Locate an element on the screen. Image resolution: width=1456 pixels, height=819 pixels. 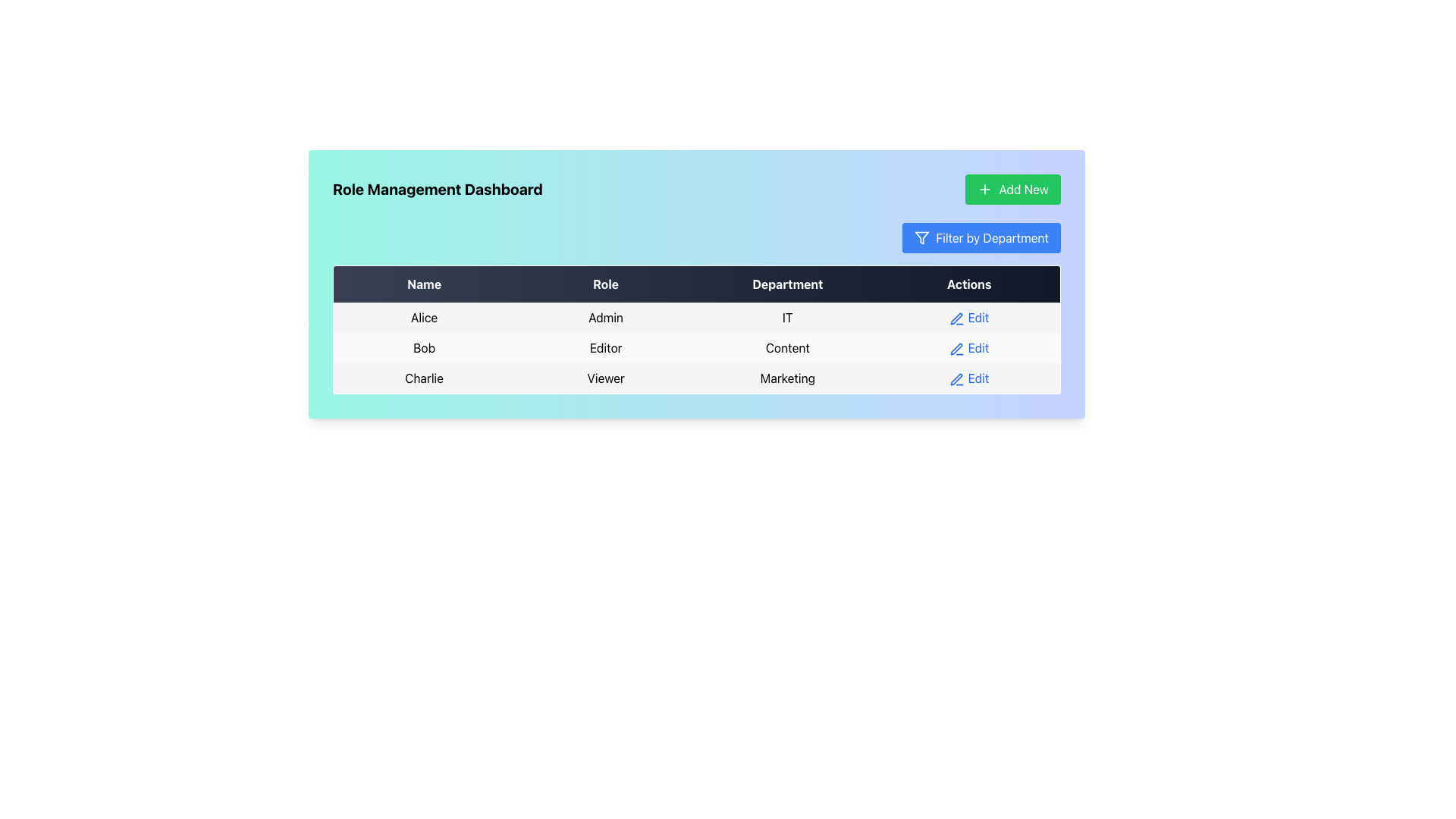
the blue pen icon in the 'Actions' column of the second row of the table, which indicates an editing tool is located at coordinates (956, 349).